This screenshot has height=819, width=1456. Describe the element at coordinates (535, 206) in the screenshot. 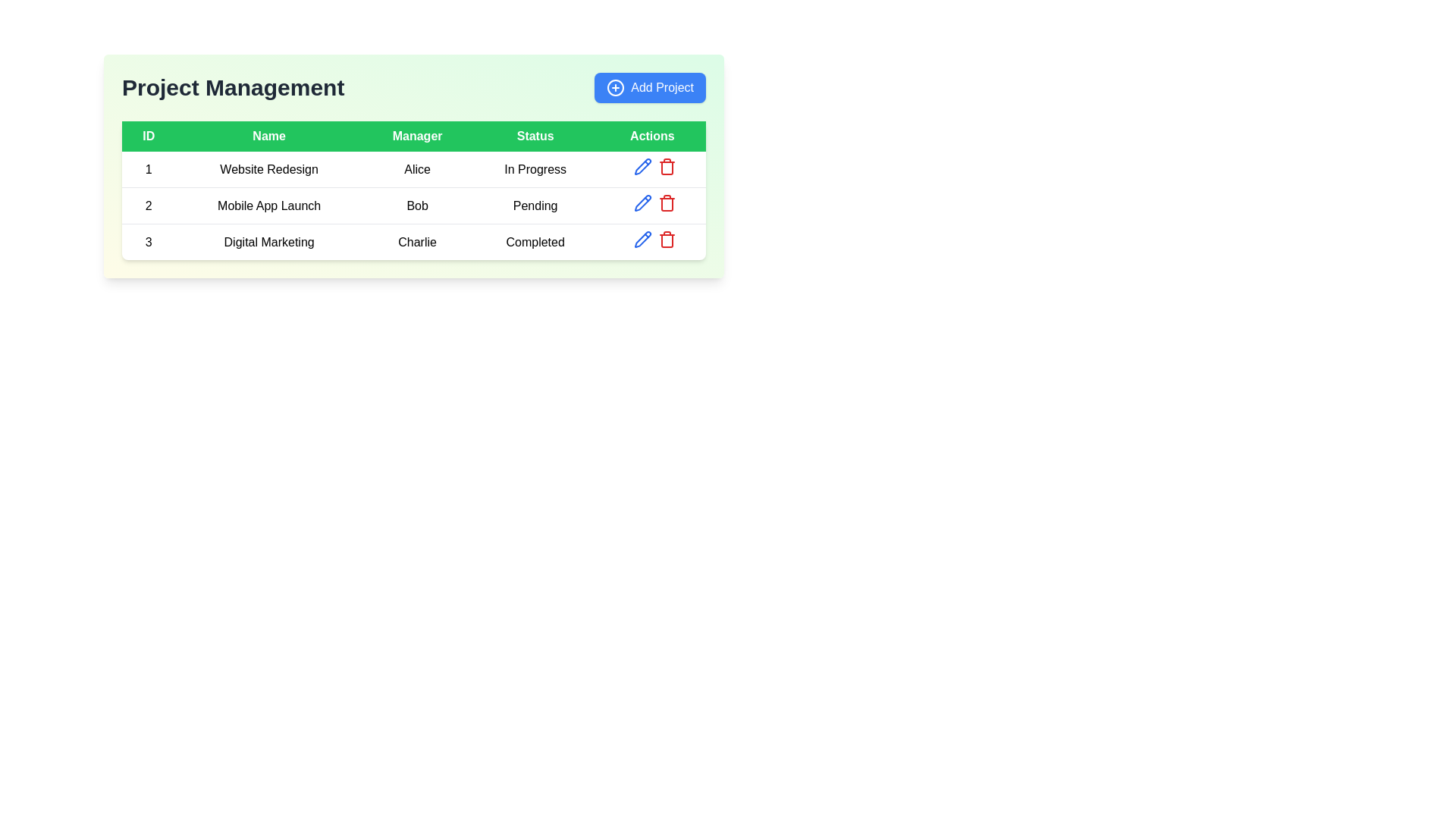

I see `the Text label that indicates the project status as 'Pending', located in the fourth column of the second row in the table under the 'Status' column` at that location.